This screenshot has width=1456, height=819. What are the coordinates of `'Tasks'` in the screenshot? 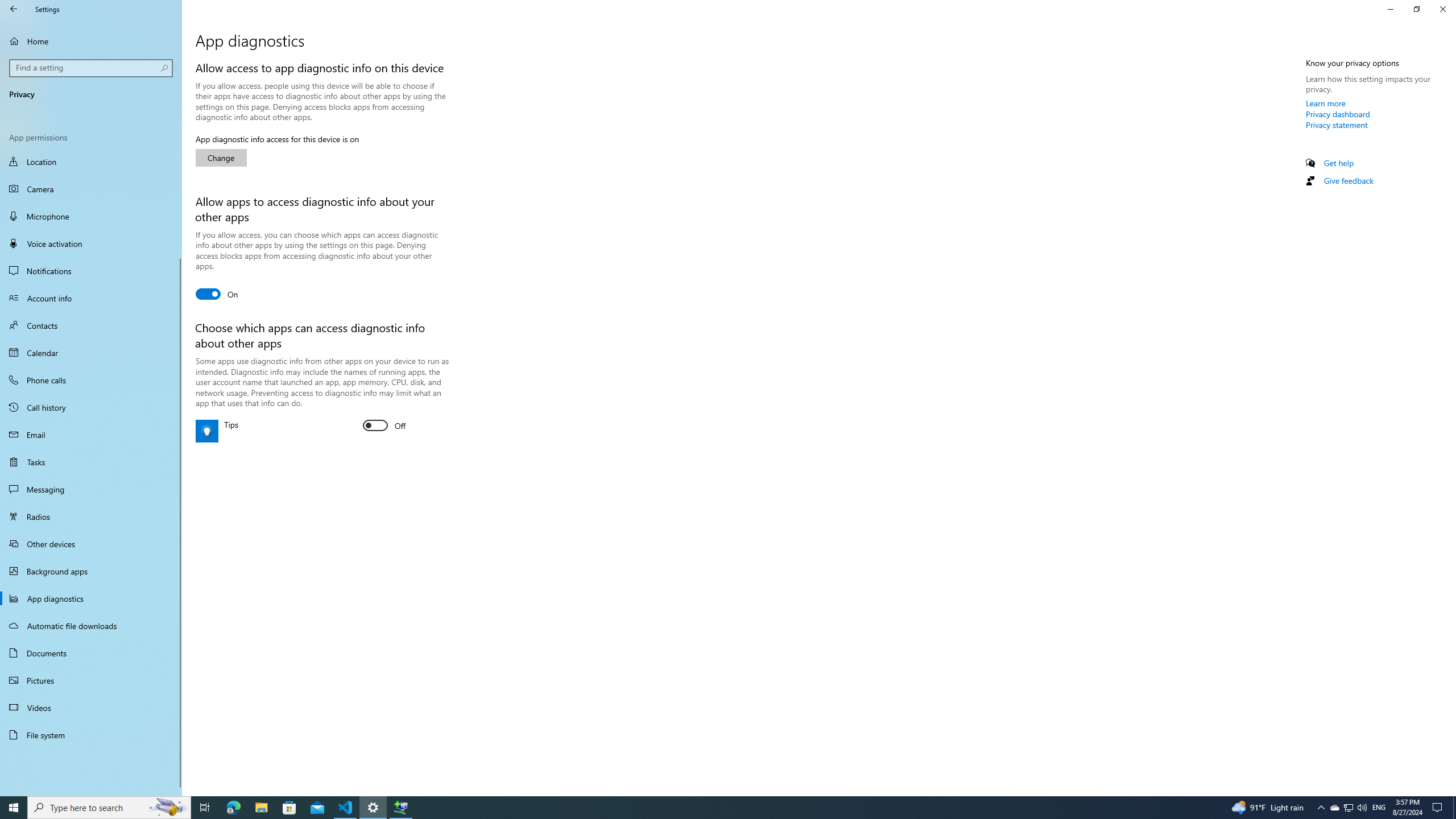 It's located at (90, 461).